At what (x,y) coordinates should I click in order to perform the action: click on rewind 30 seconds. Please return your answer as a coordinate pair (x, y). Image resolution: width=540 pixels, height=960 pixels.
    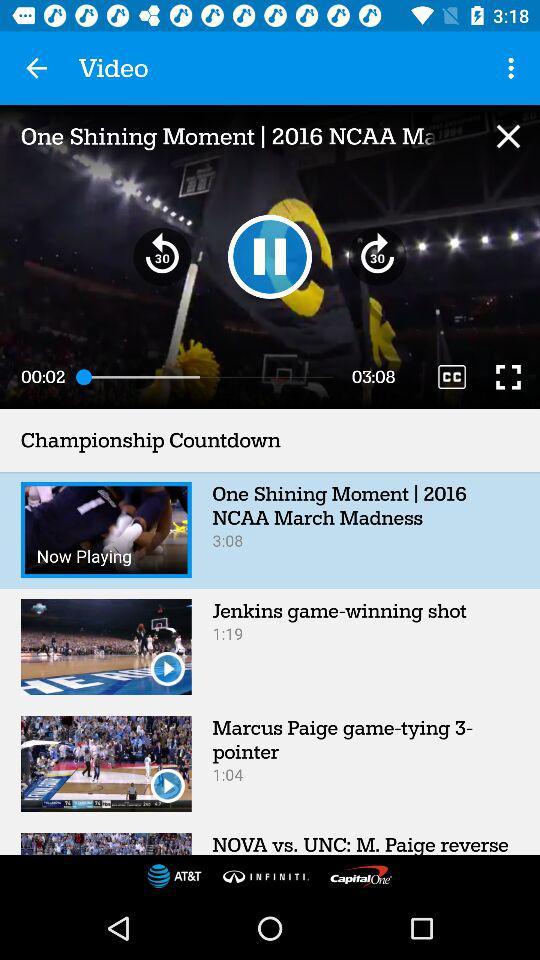
    Looking at the image, I should click on (161, 255).